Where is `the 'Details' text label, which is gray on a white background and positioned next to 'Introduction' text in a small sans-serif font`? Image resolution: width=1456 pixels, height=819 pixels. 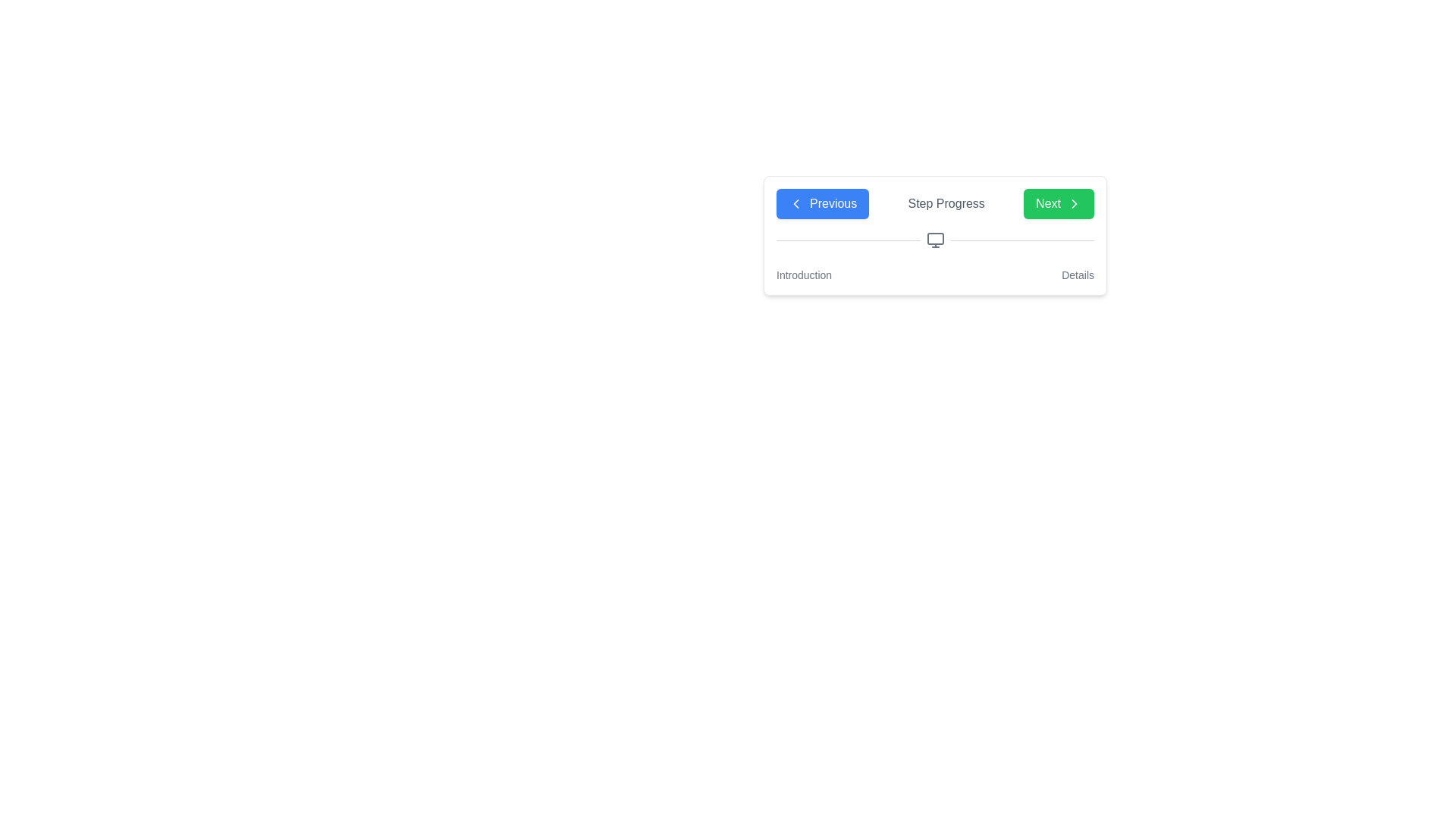 the 'Details' text label, which is gray on a white background and positioned next to 'Introduction' text in a small sans-serif font is located at coordinates (1077, 275).